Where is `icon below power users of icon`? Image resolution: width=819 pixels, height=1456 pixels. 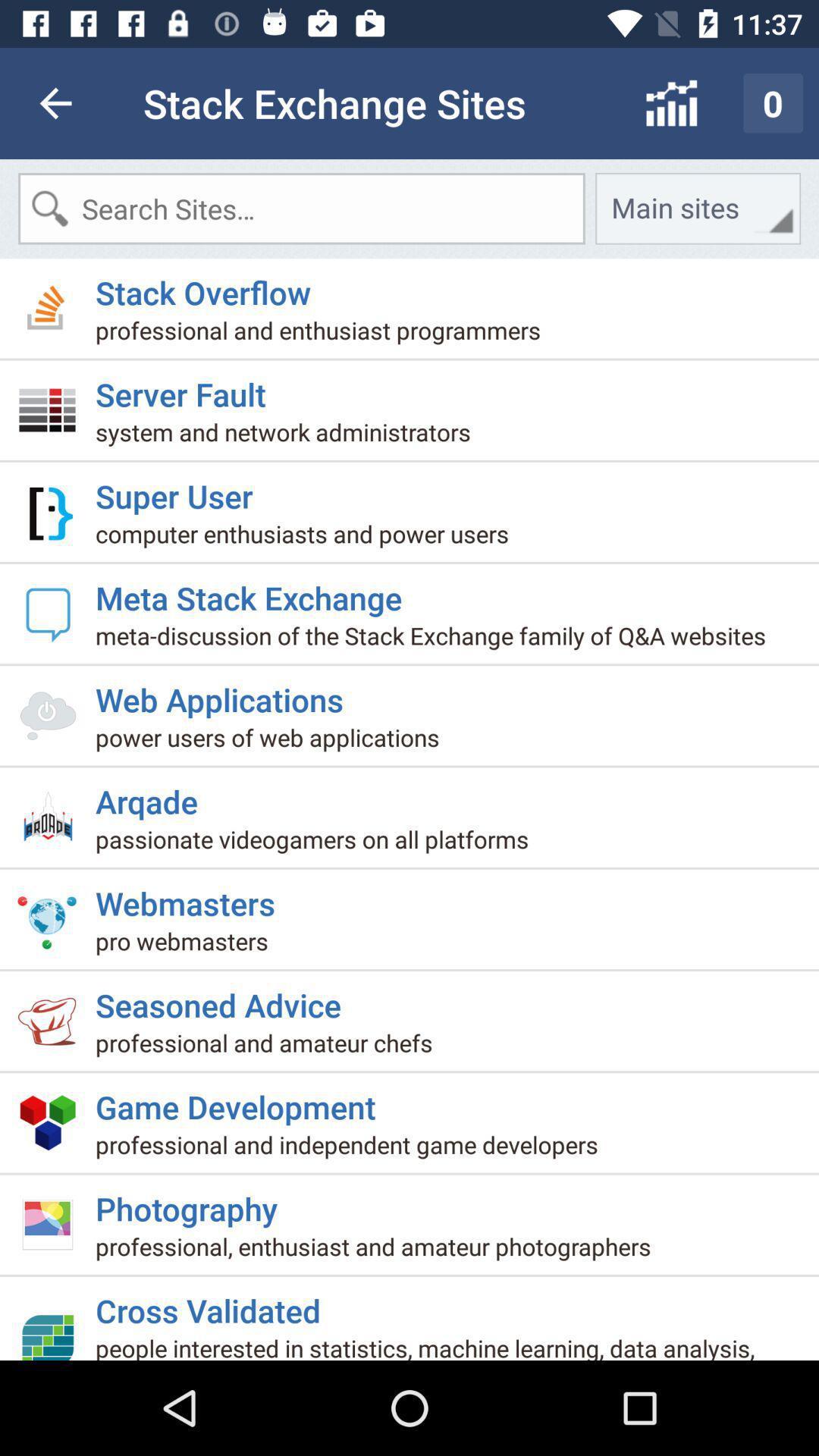 icon below power users of icon is located at coordinates (152, 794).